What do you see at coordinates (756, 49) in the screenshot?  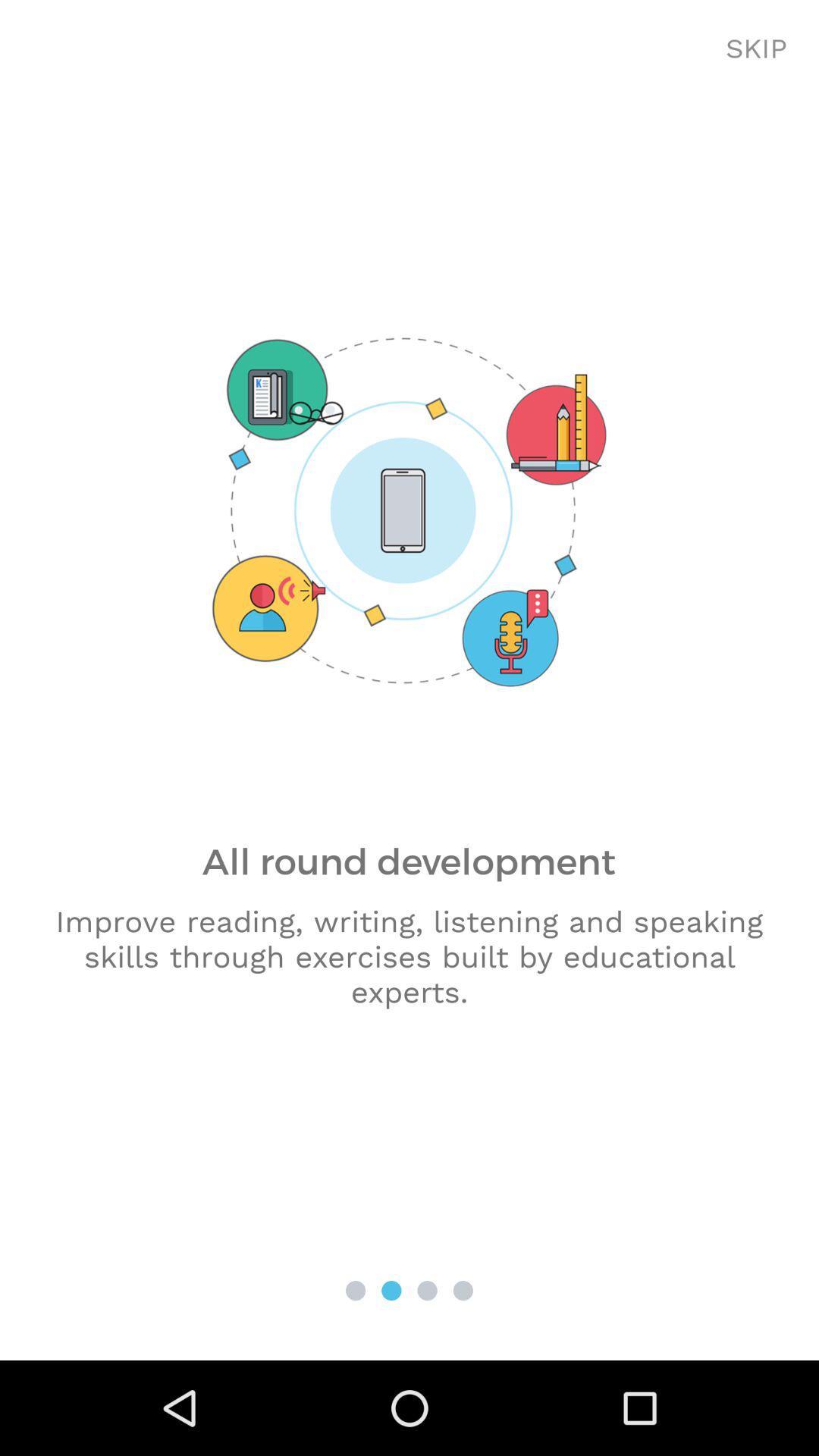 I see `the skip` at bounding box center [756, 49].